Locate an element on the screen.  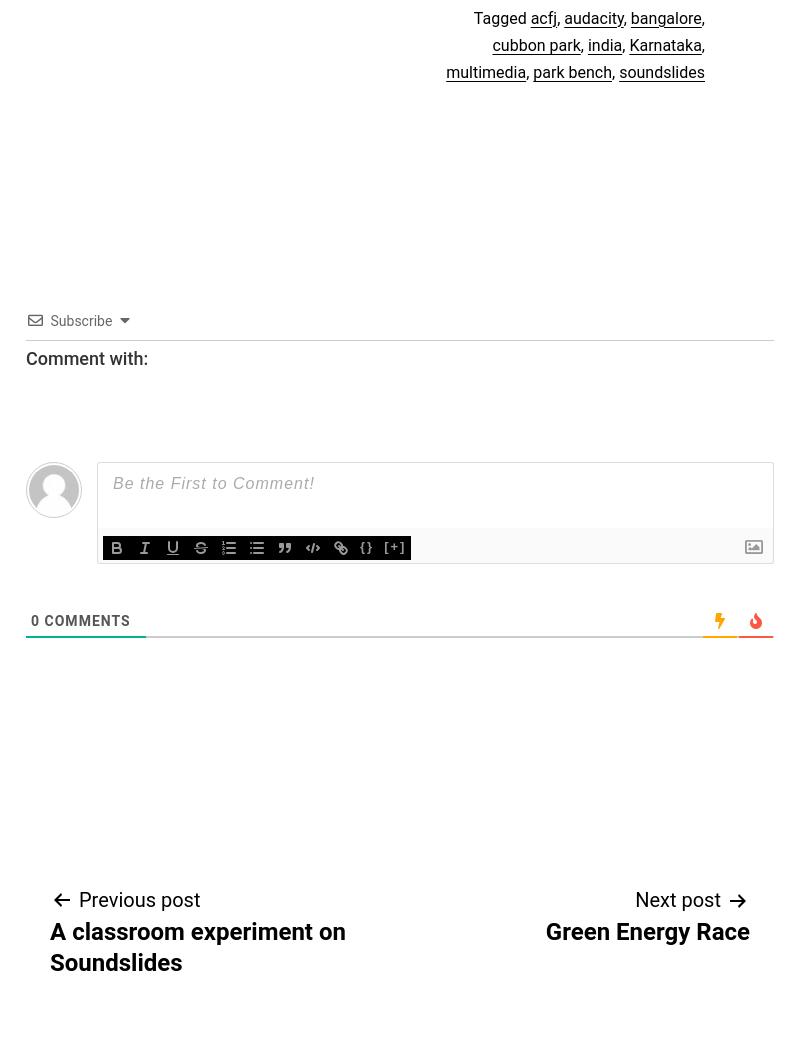
'Comment with:' is located at coordinates (86, 357).